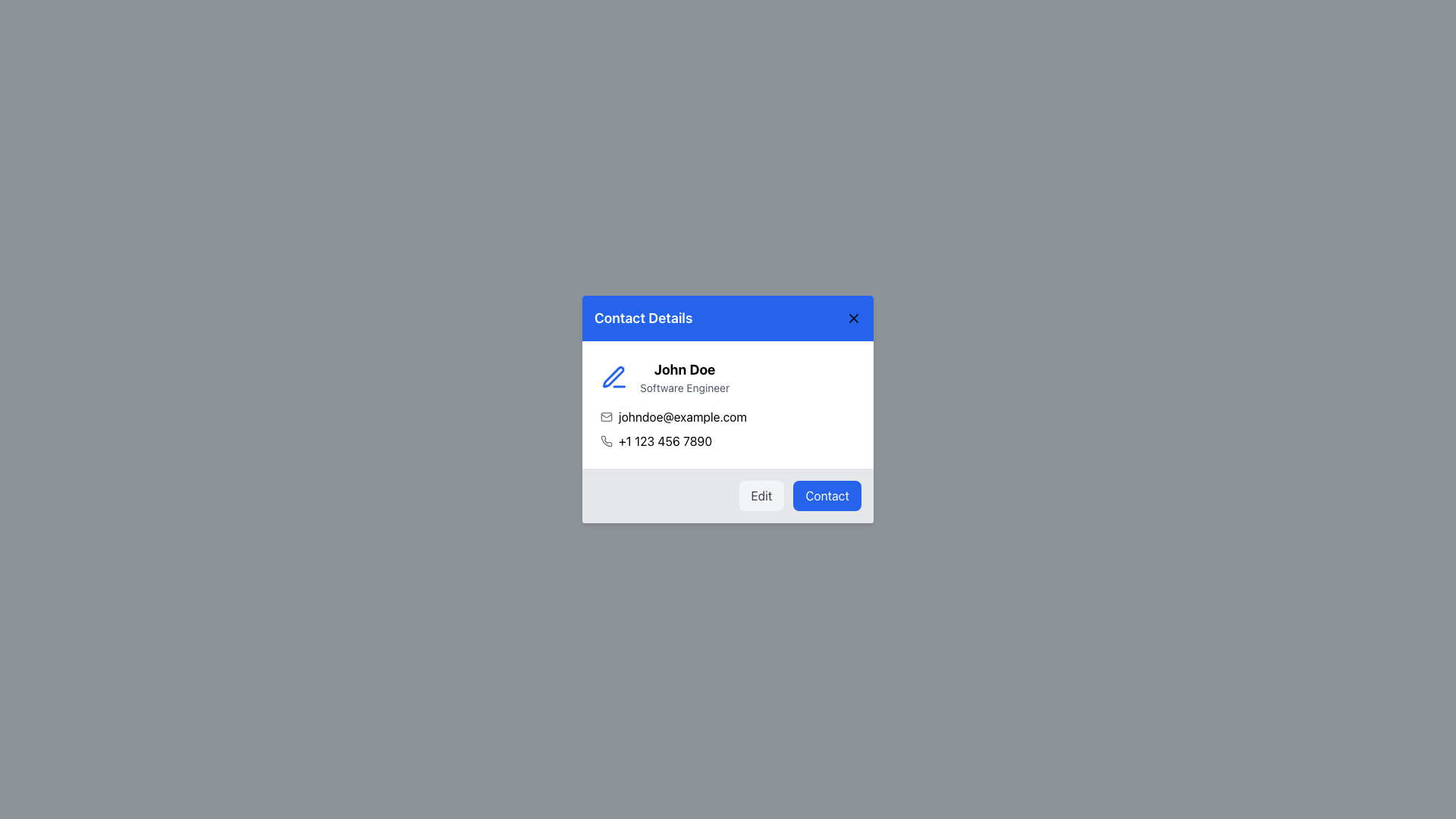 This screenshot has width=1456, height=819. Describe the element at coordinates (728, 496) in the screenshot. I see `the 'Edit' button located in the lower right corner of the modal dialog box's footer area to initiate an edit action` at that location.